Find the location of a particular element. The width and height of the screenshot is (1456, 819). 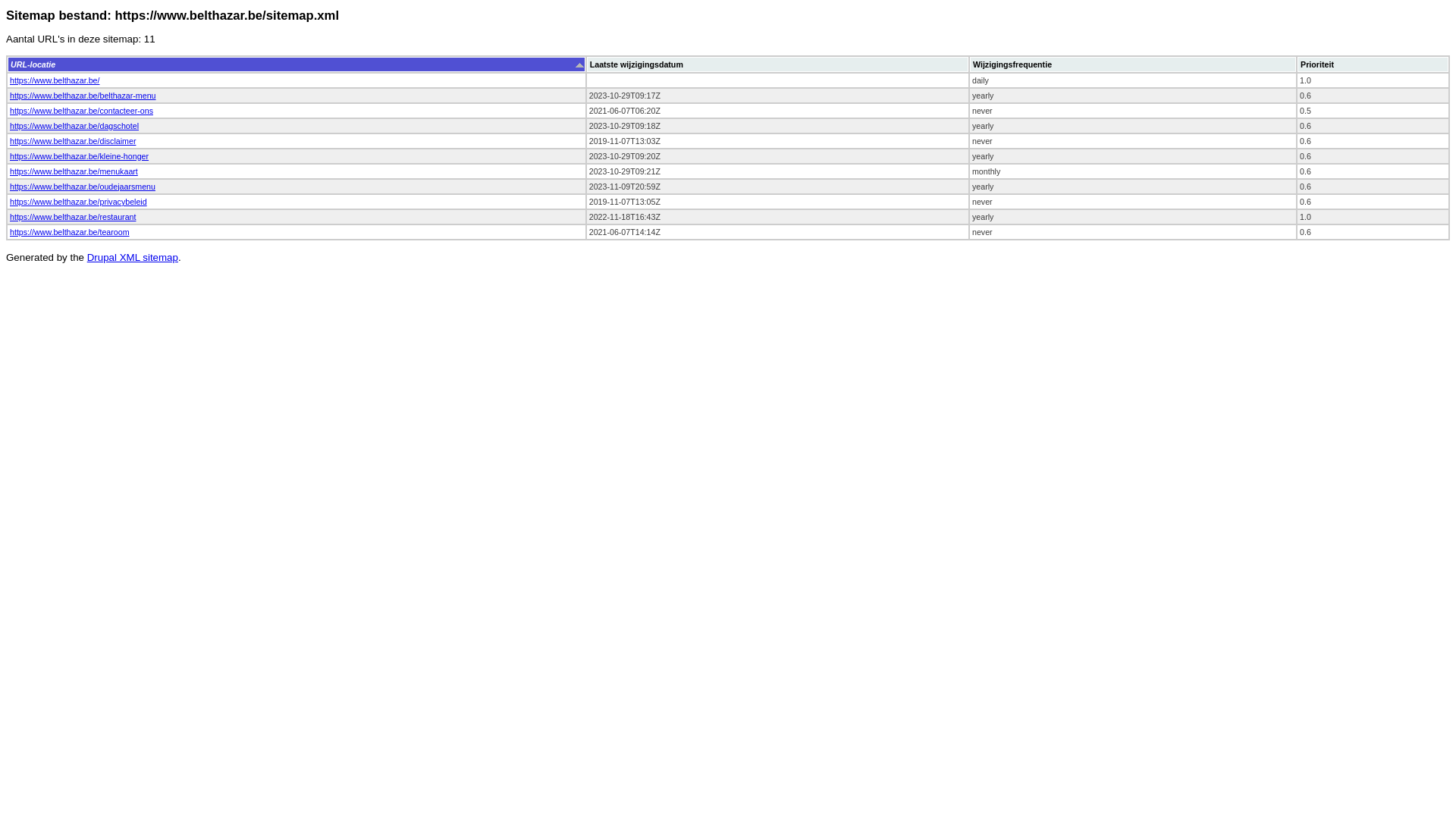

'https://www.belthazar.be/restaurant' is located at coordinates (72, 216).